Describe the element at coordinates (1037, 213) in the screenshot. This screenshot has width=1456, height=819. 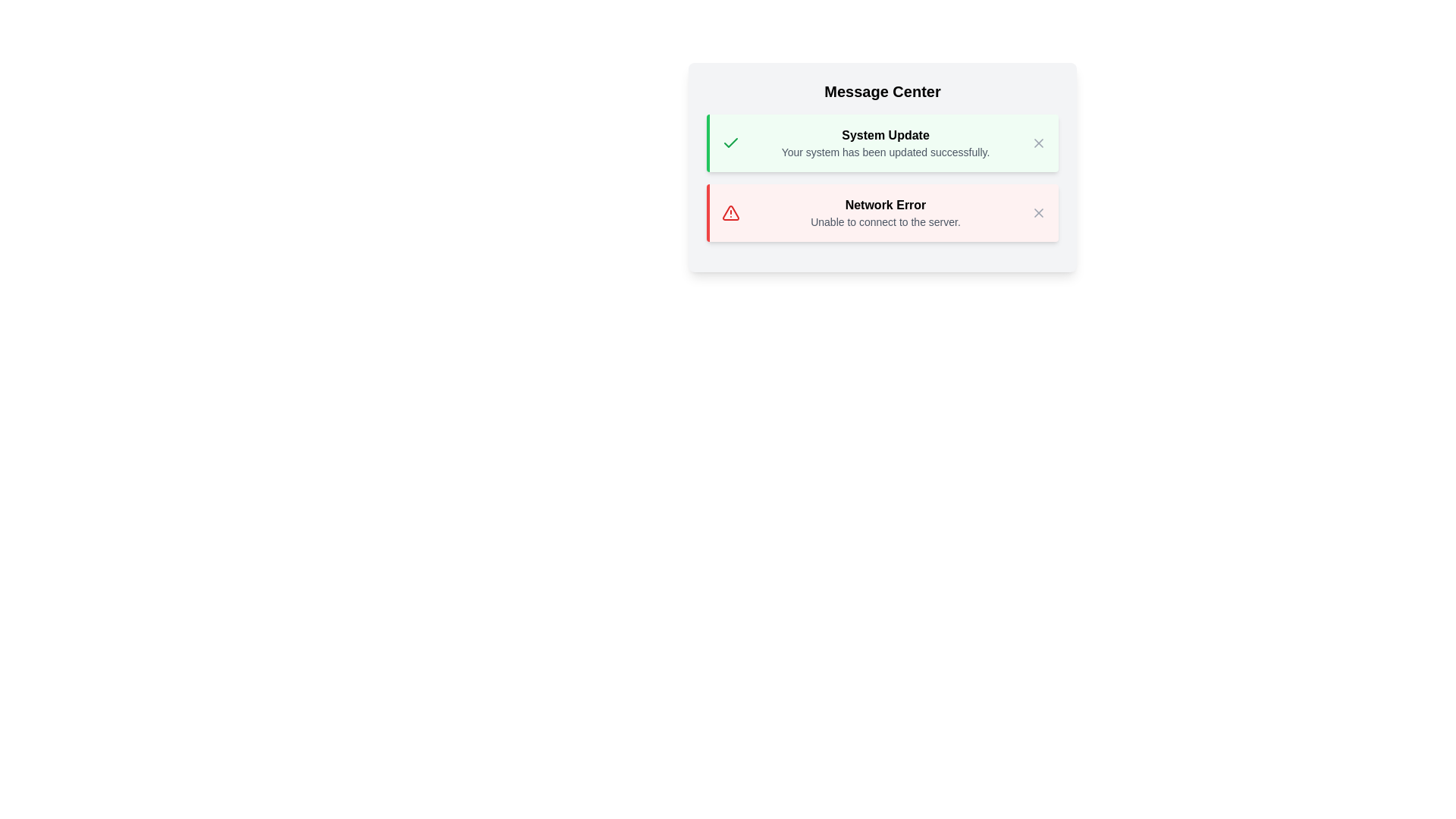
I see `the 'Close' button styled as an 'X' inside a square, located within the 'Network Error' notification card, to change its color` at that location.